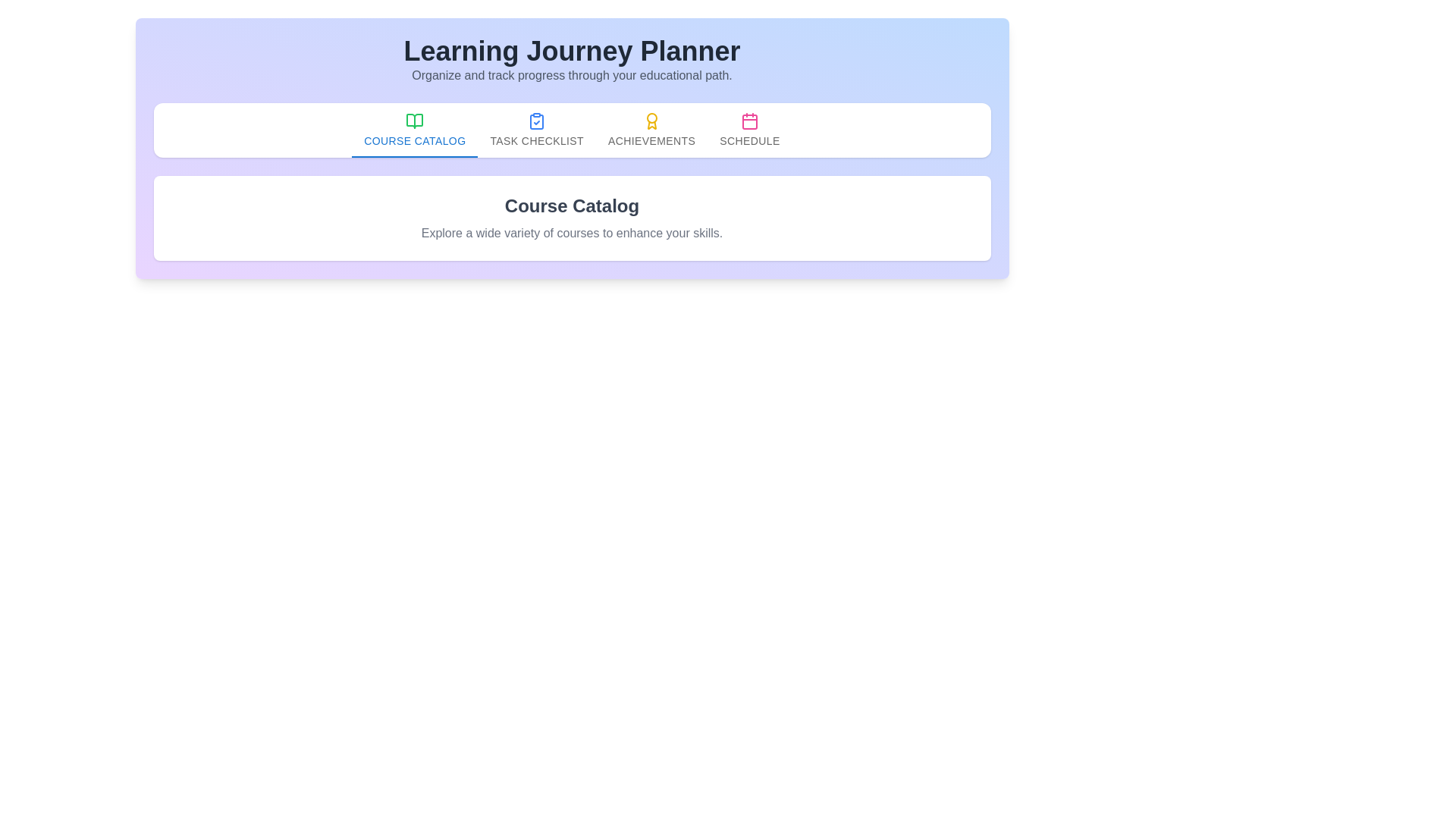  I want to click on bold text element that says 'Course Catalog', which is centrally located at the top of the section on a lighter background, so click(571, 206).